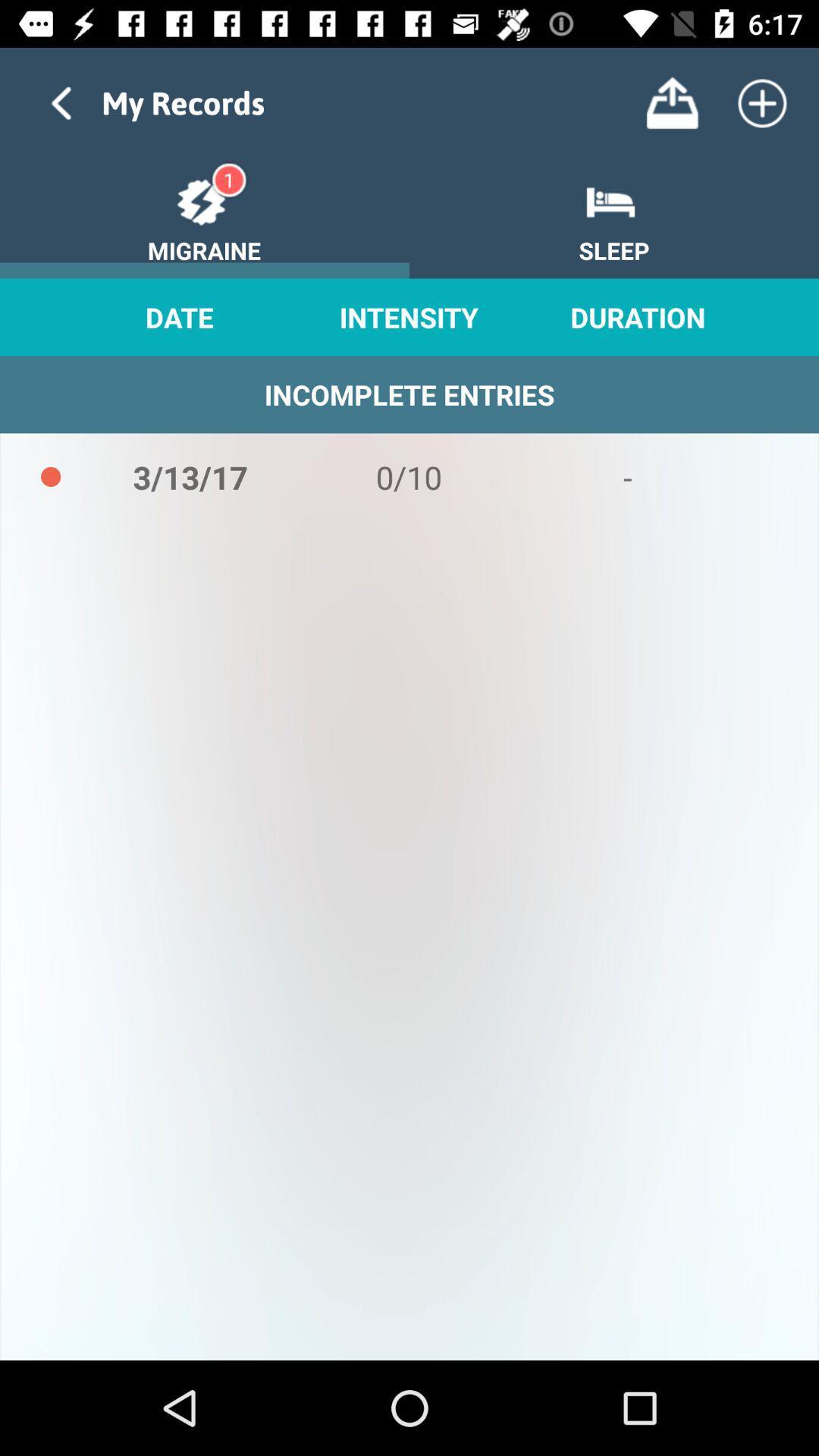 The width and height of the screenshot is (819, 1456). I want to click on the icon to the right of my records, so click(671, 102).